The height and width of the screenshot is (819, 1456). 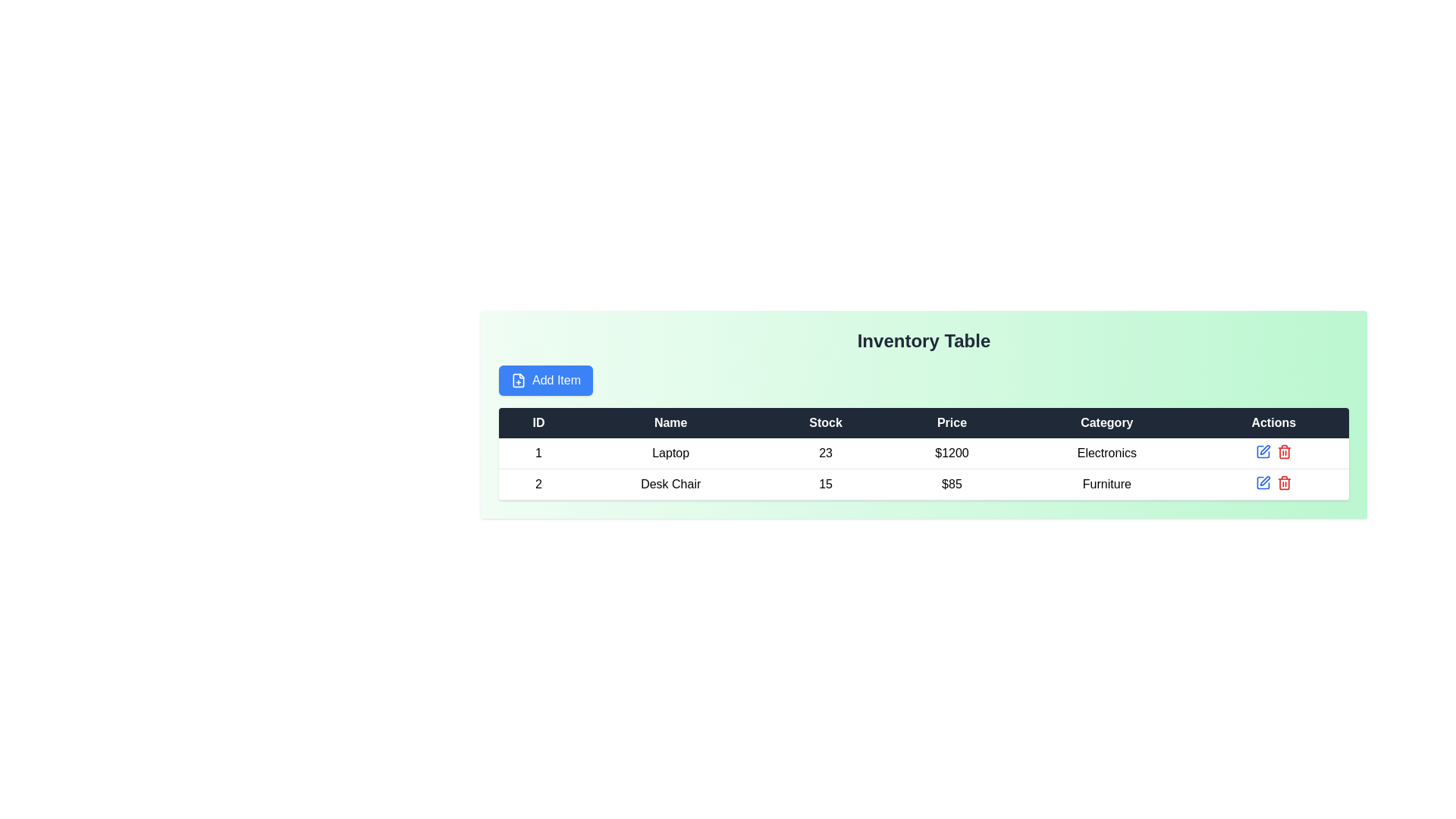 I want to click on the blue pen icon button in the 'Actions' column of the first row of the data table, so click(x=1263, y=451).